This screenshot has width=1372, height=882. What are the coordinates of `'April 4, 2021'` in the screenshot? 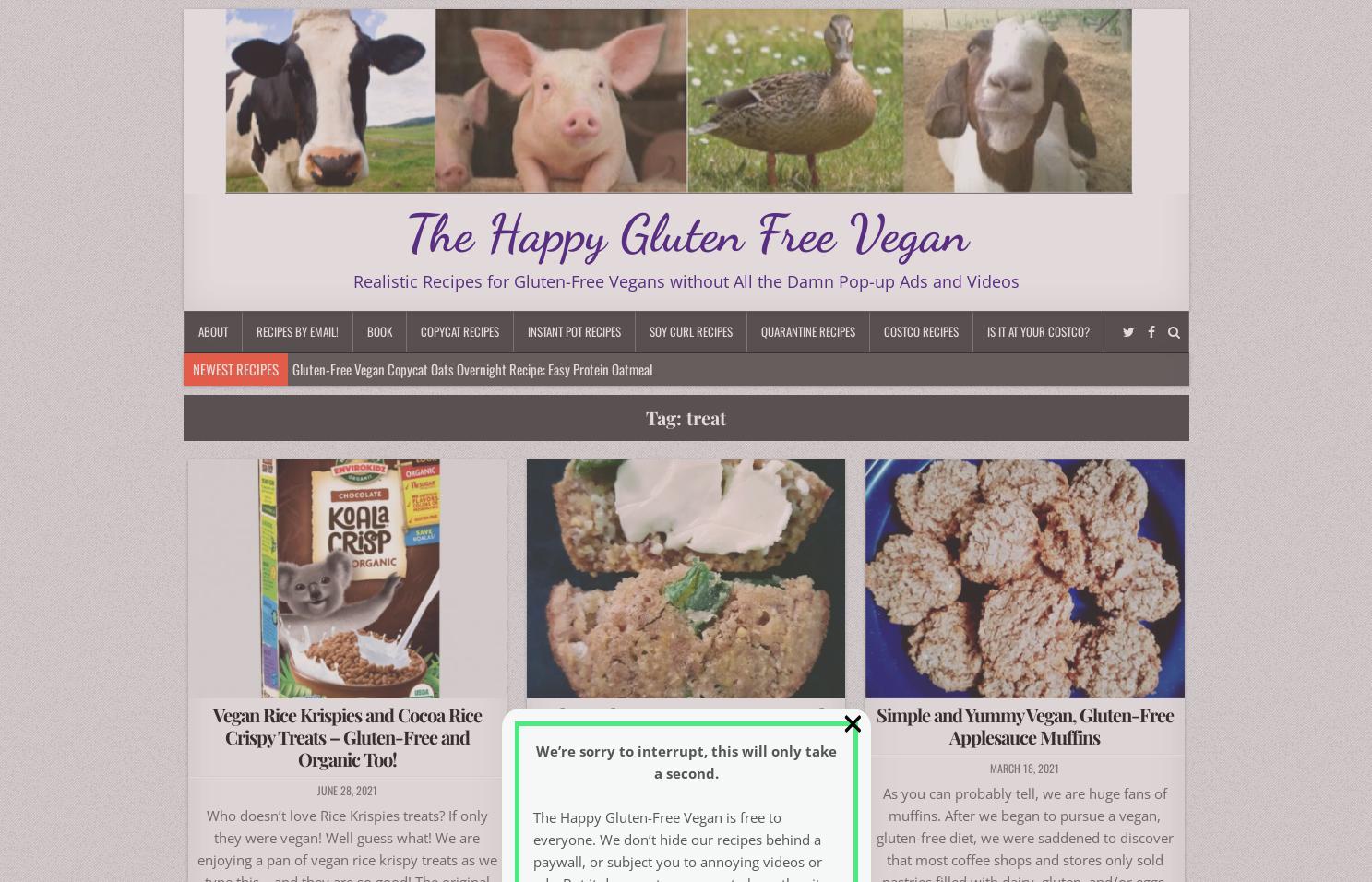 It's located at (685, 789).